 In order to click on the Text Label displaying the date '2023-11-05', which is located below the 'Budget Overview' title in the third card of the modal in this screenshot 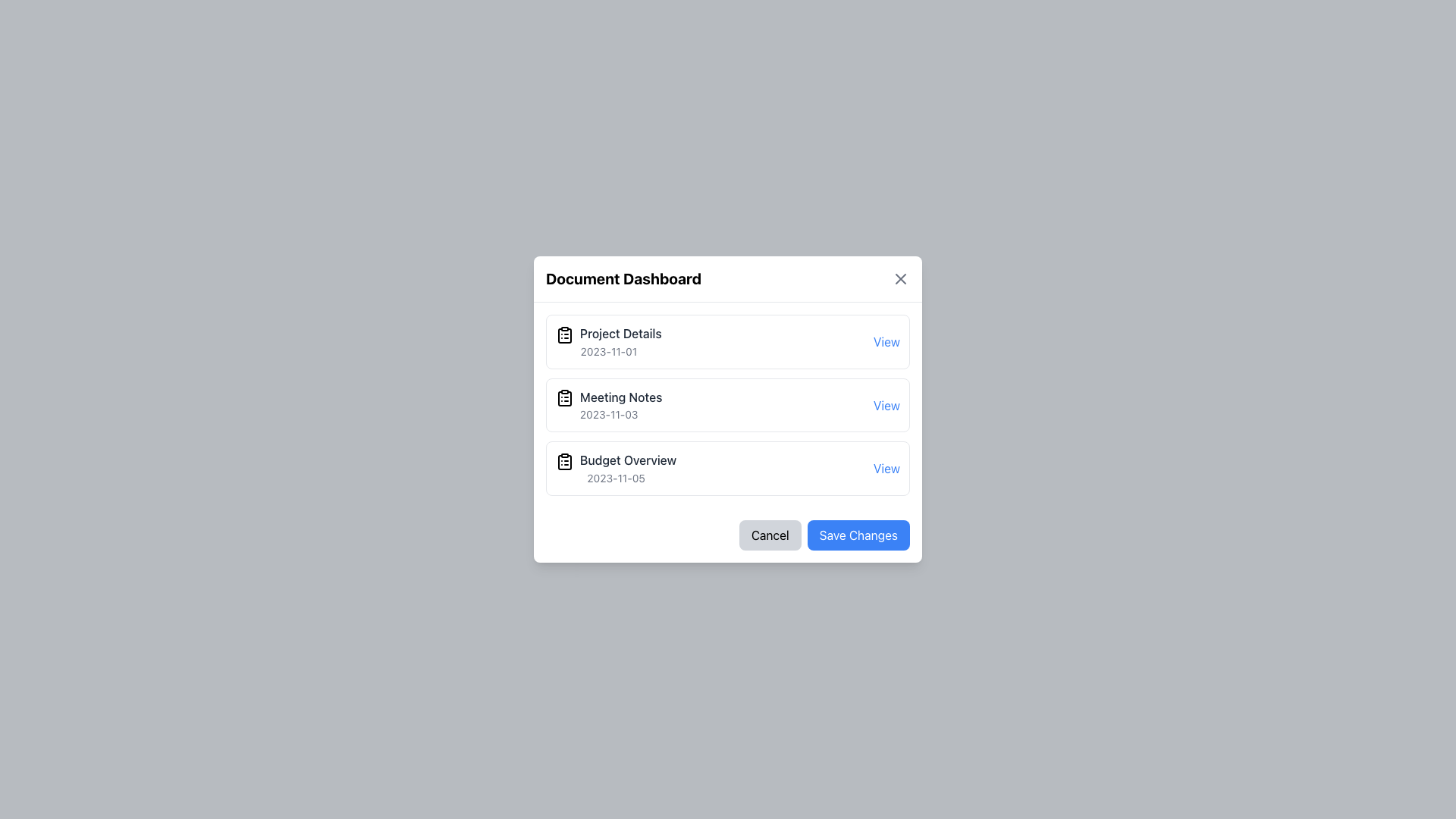, I will do `click(616, 479)`.